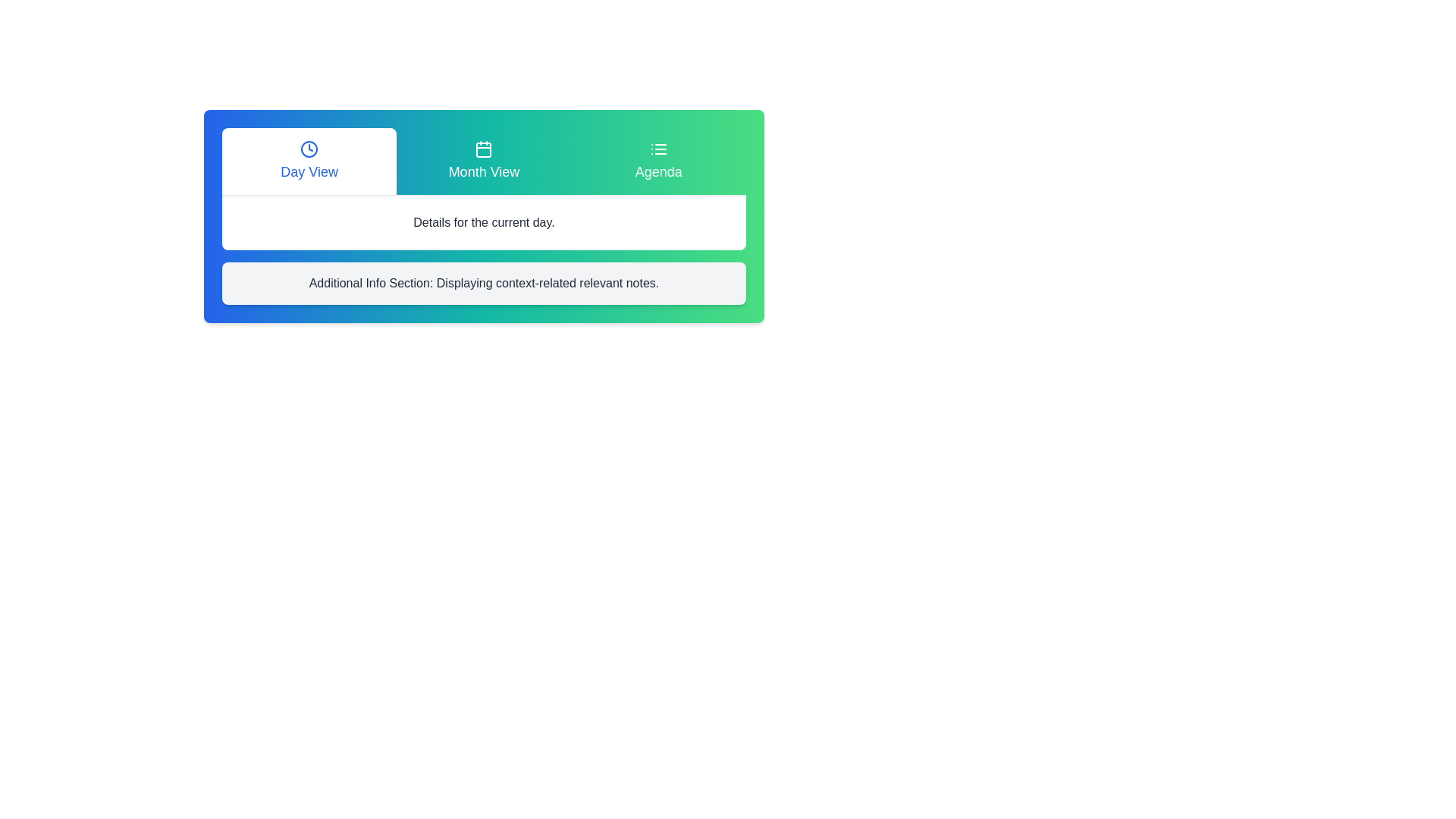 This screenshot has width=1456, height=819. What do you see at coordinates (483, 284) in the screenshot?
I see `the additional info section to interact with it` at bounding box center [483, 284].